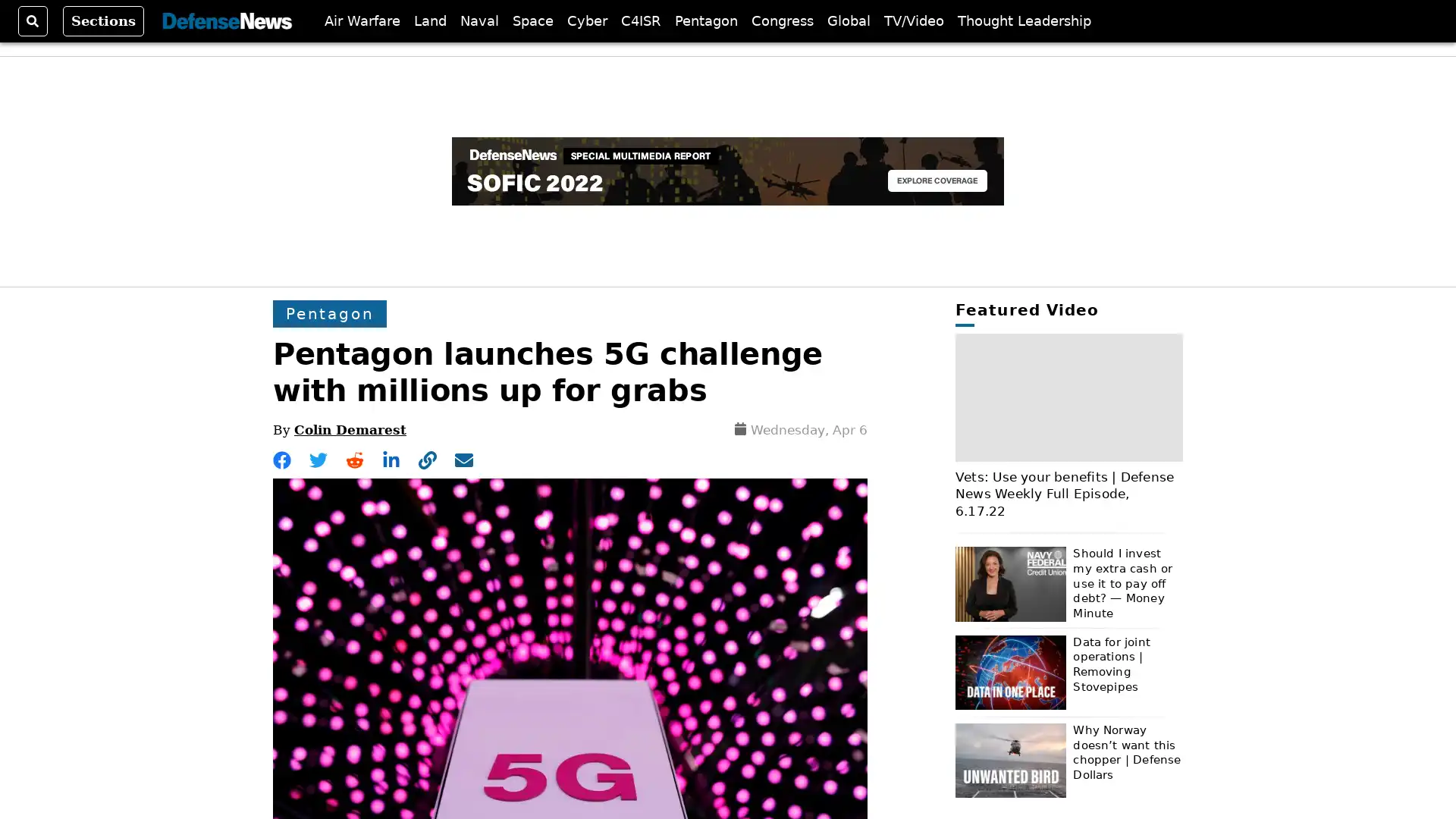 The height and width of the screenshot is (819, 1456). What do you see at coordinates (318, 459) in the screenshot?
I see `twitter` at bounding box center [318, 459].